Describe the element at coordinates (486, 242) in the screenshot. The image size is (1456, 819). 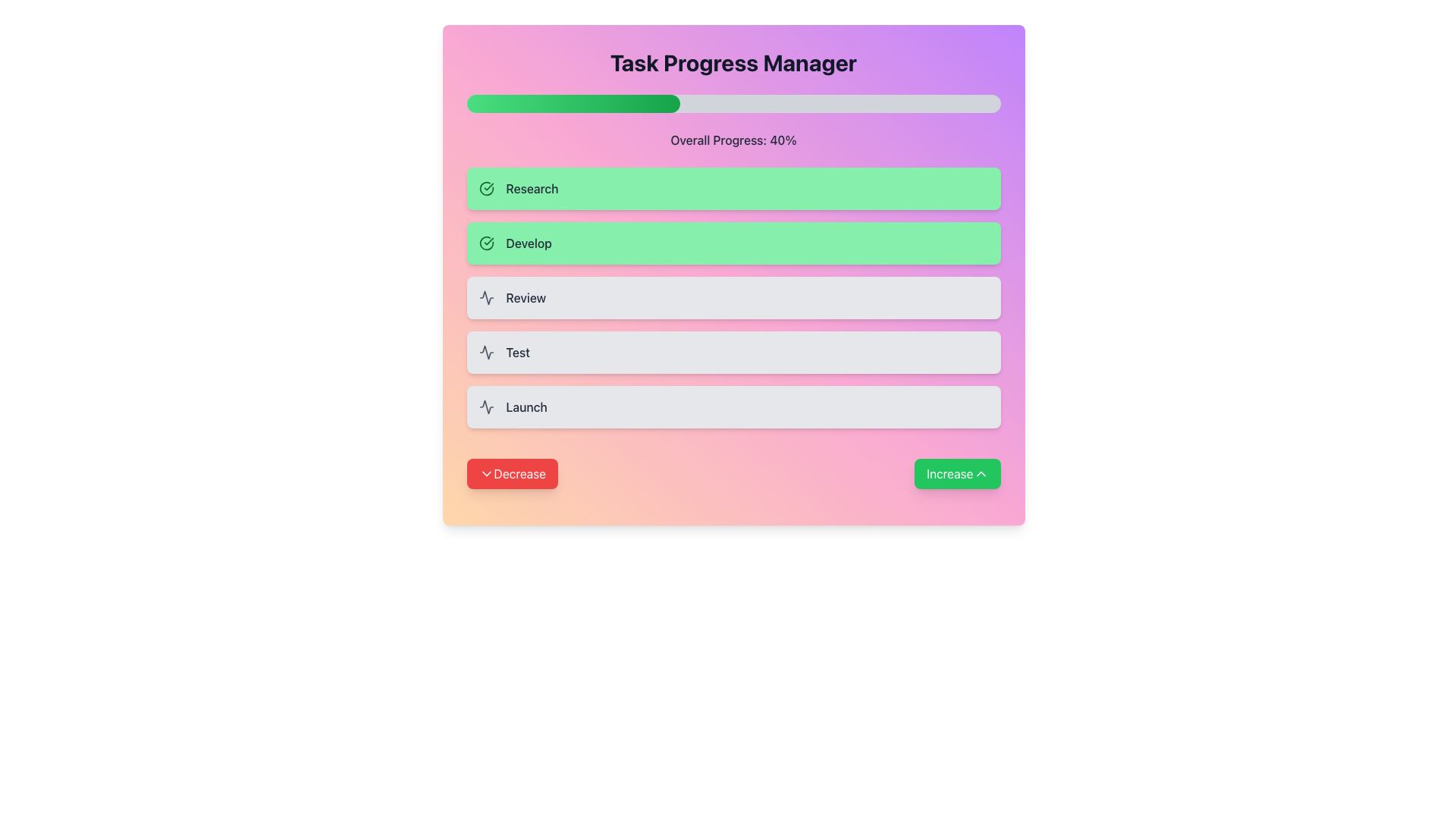
I see `the status indicator icon located to the far-left side of the 'Develop' section, aligned with the text label 'Develop'` at that location.